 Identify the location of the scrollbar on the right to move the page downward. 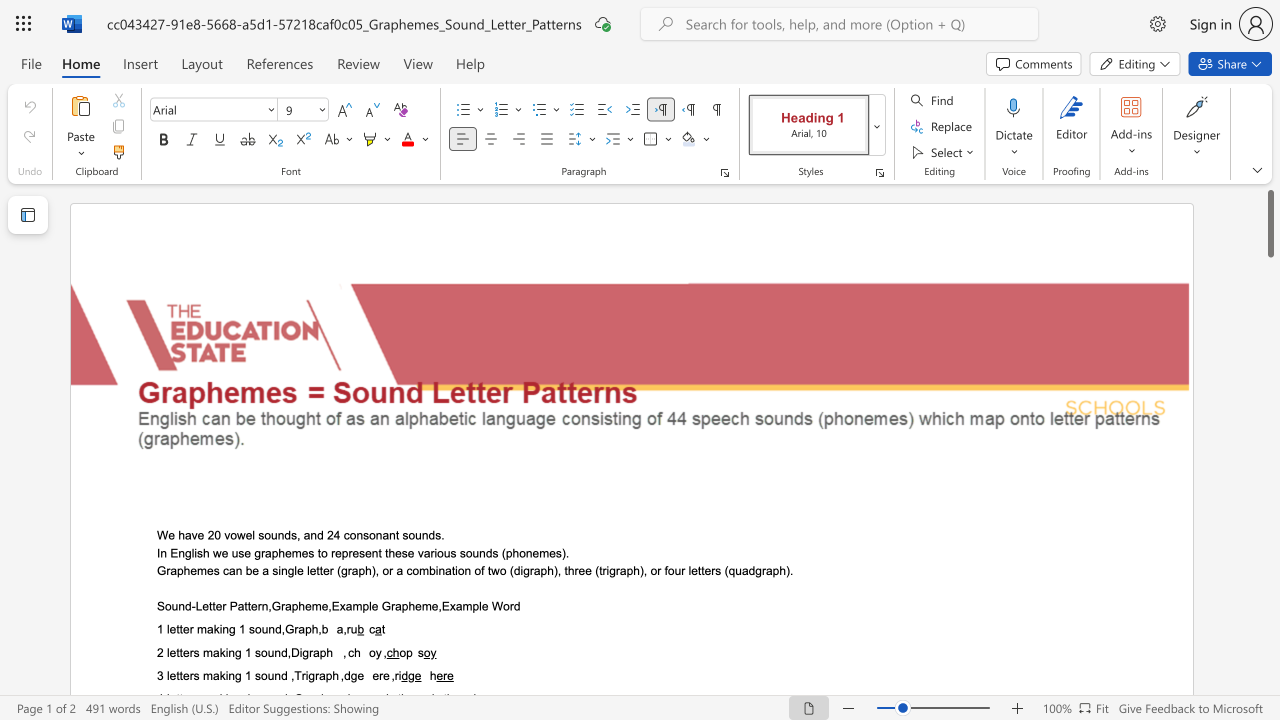
(1269, 310).